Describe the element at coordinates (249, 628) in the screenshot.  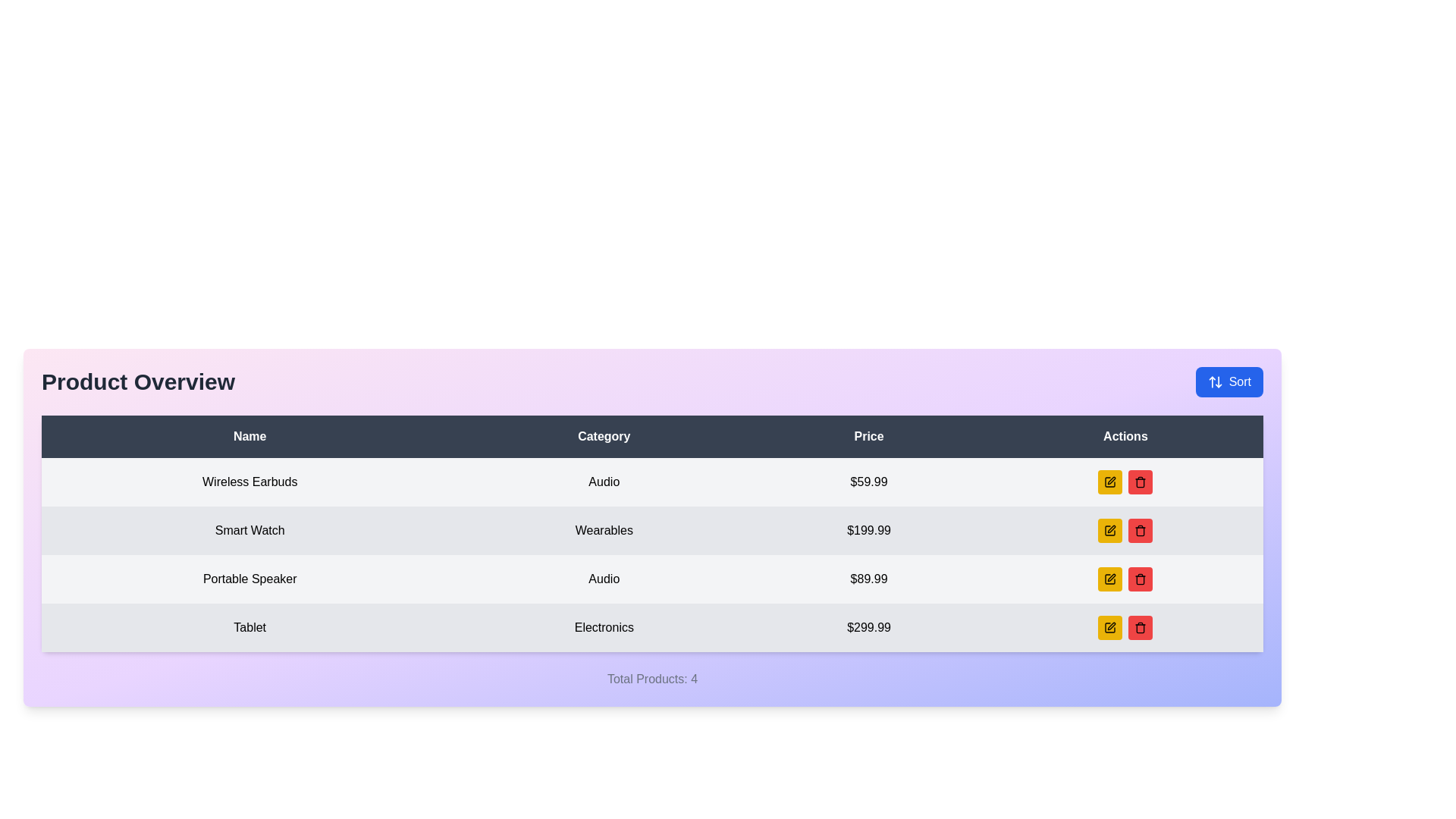
I see `the text label displaying 'Tablet', which is located in the leftmost portion of the last row in a table under the header 'Name'` at that location.